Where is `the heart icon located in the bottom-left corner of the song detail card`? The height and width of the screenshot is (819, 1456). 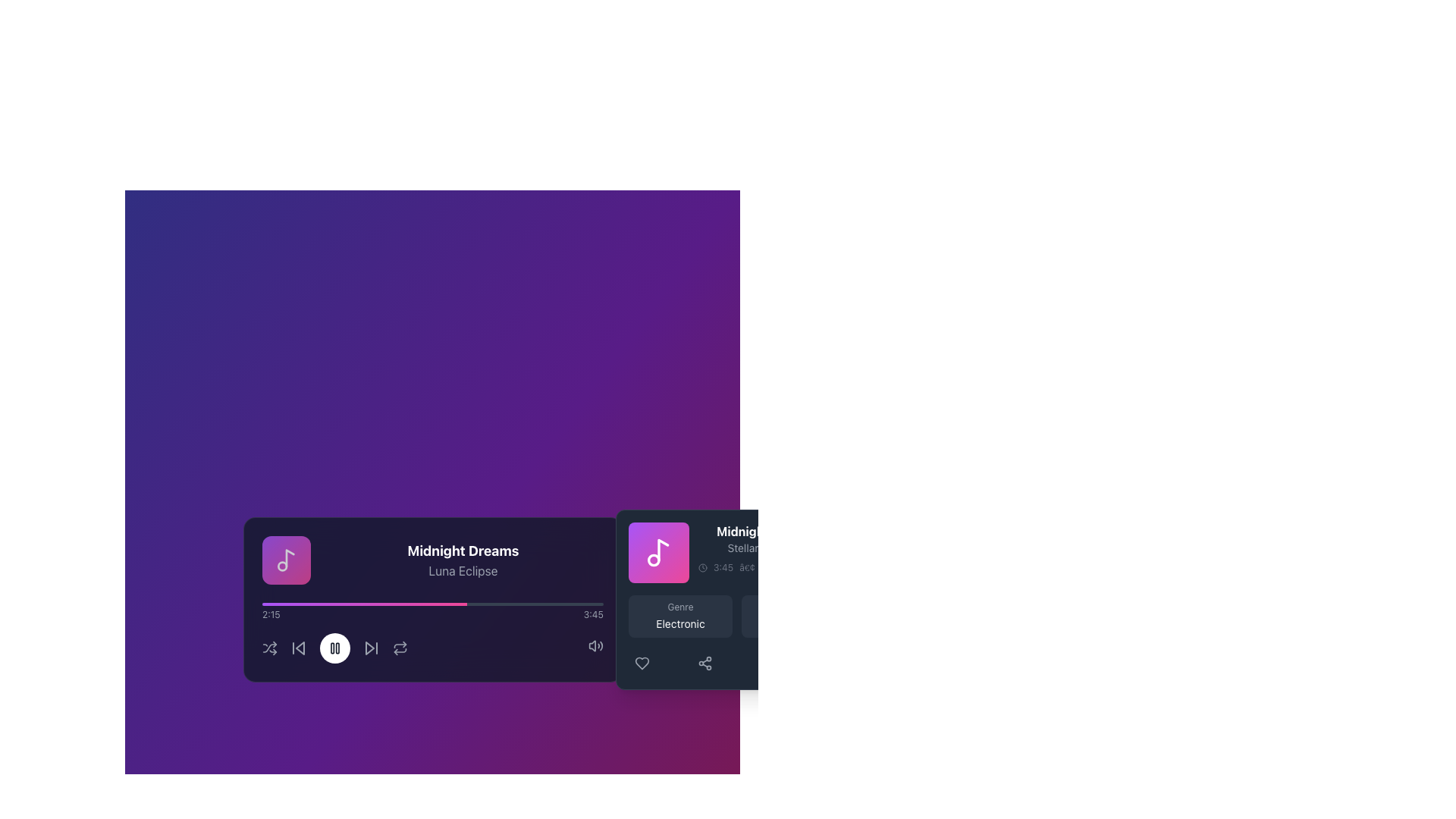
the heart icon located in the bottom-left corner of the song detail card is located at coordinates (642, 663).